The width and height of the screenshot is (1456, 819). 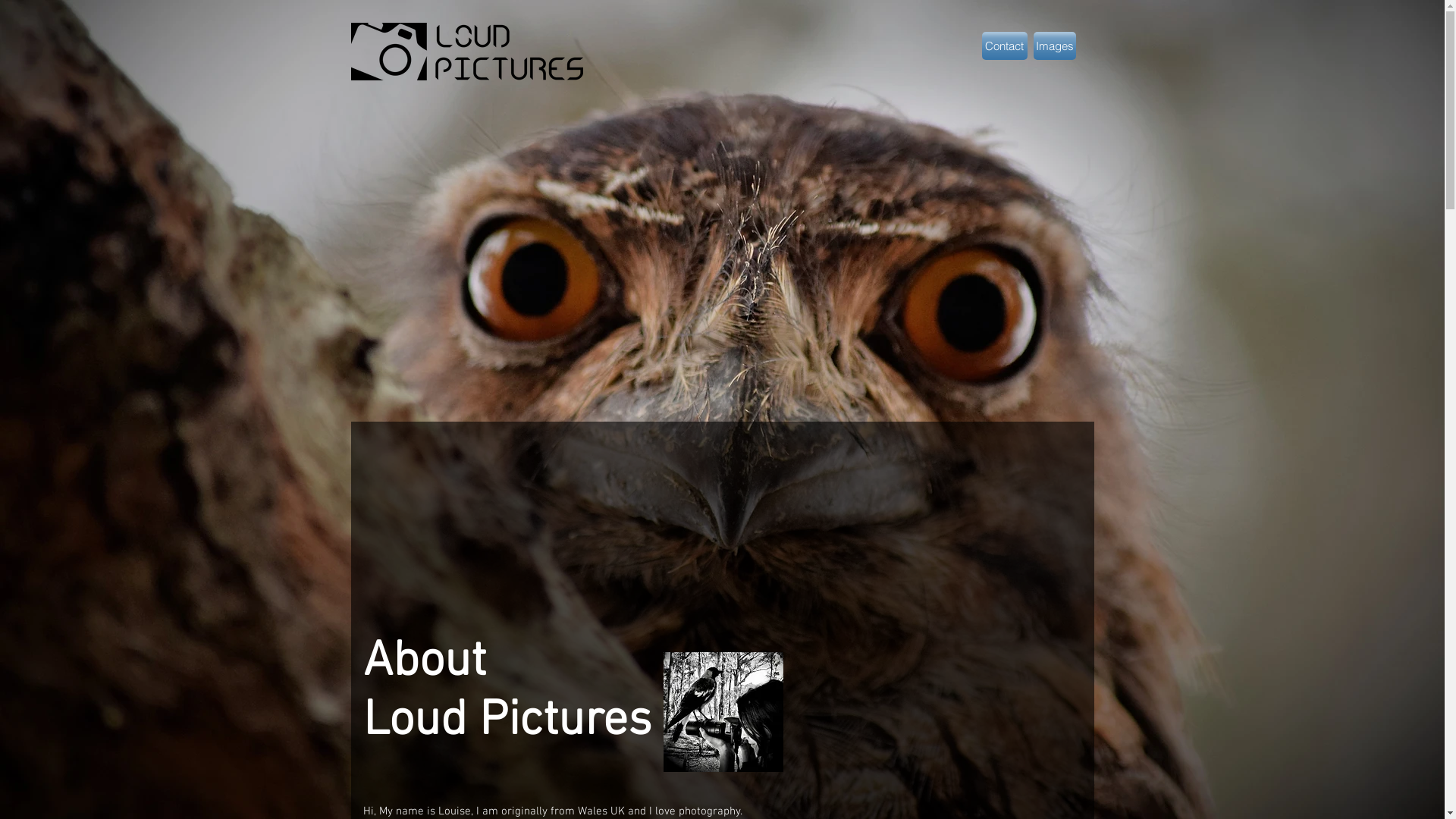 I want to click on 'Contact', so click(x=1004, y=45).